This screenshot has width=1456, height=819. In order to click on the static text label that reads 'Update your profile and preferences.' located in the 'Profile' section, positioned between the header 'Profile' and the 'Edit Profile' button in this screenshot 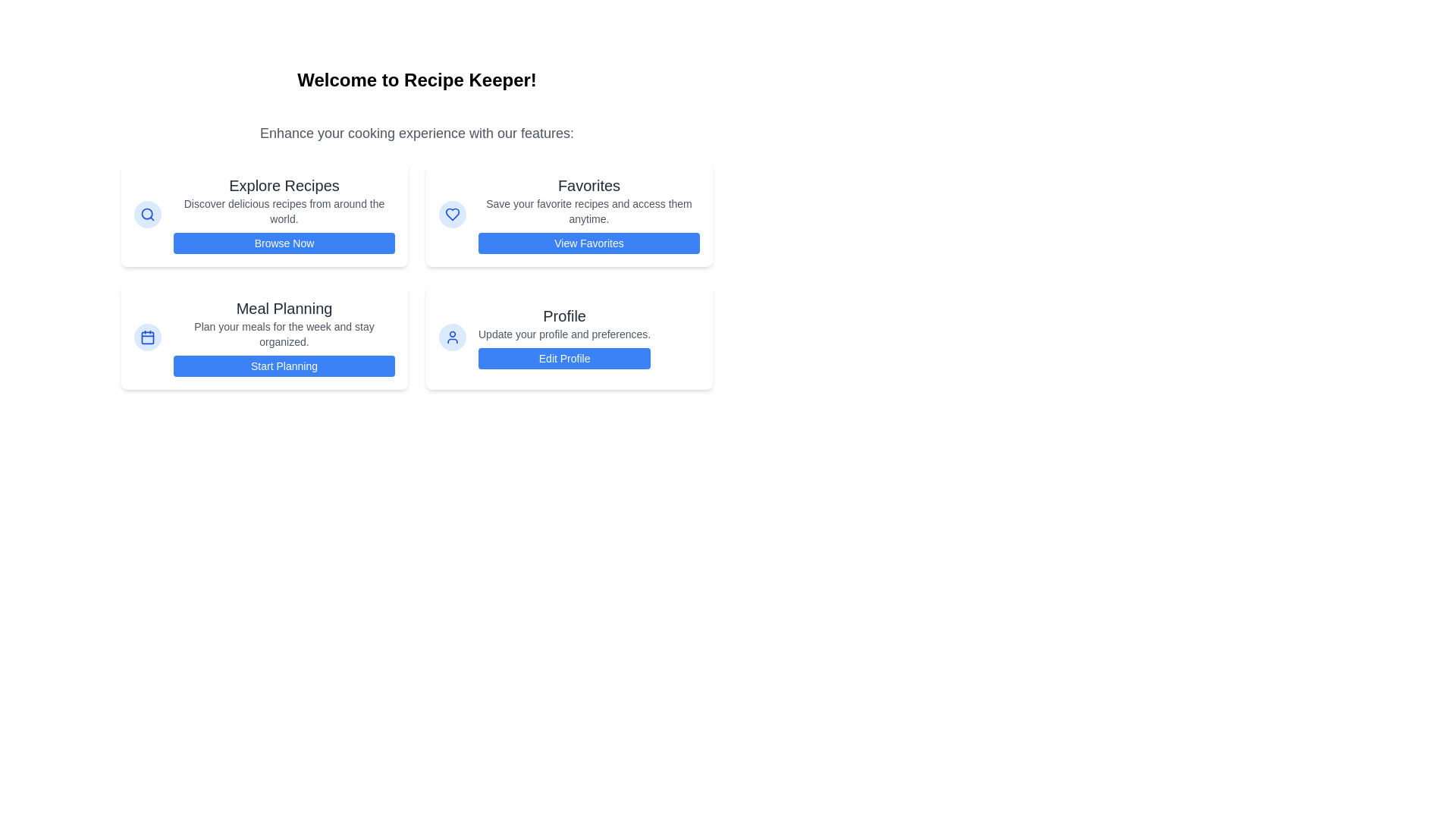, I will do `click(563, 333)`.